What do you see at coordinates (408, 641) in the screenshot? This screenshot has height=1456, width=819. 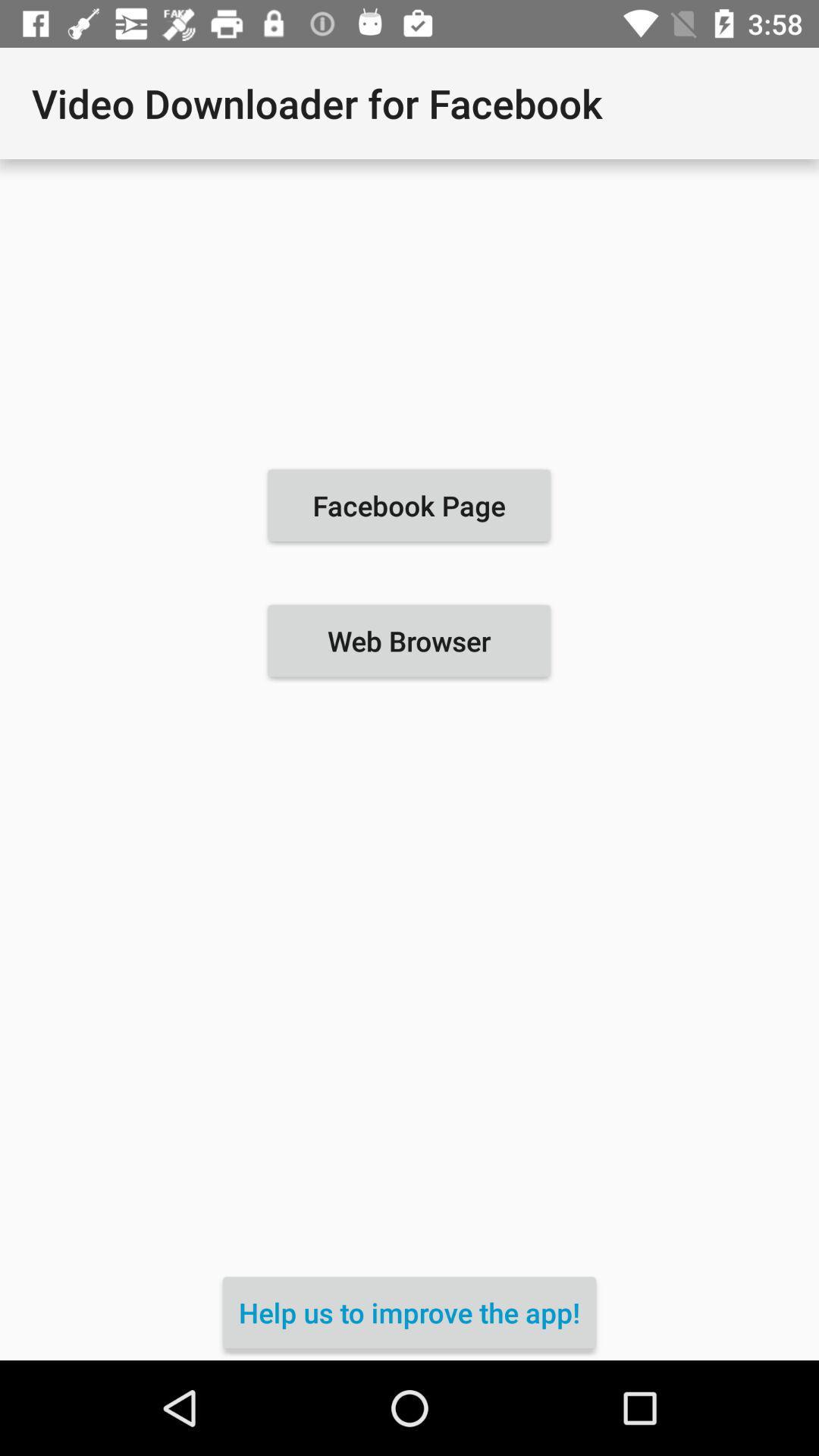 I see `the web browser` at bounding box center [408, 641].